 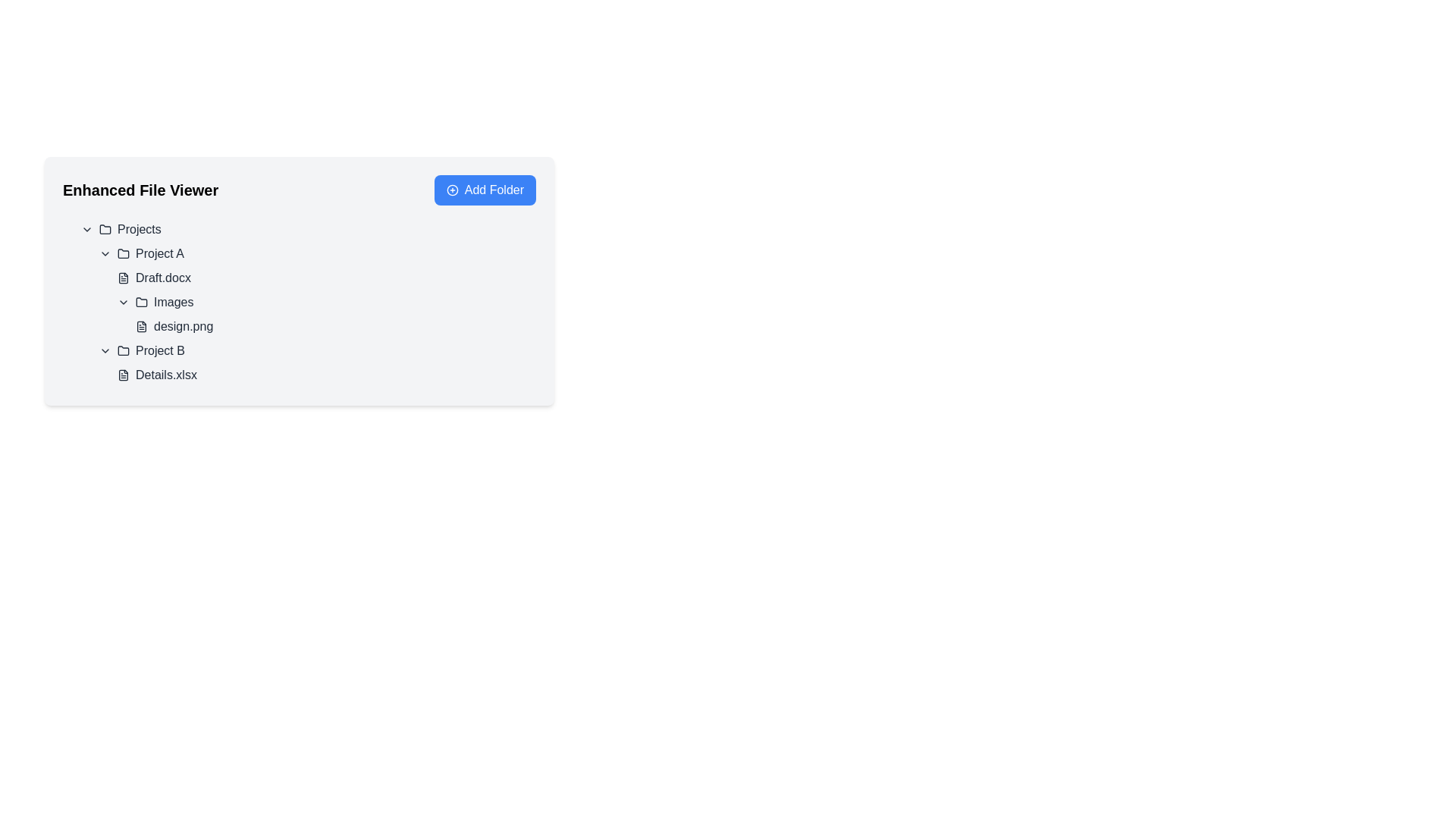 I want to click on the text label representing the file named 'Details.xlsx' located under the 'Project B' folder, so click(x=166, y=375).